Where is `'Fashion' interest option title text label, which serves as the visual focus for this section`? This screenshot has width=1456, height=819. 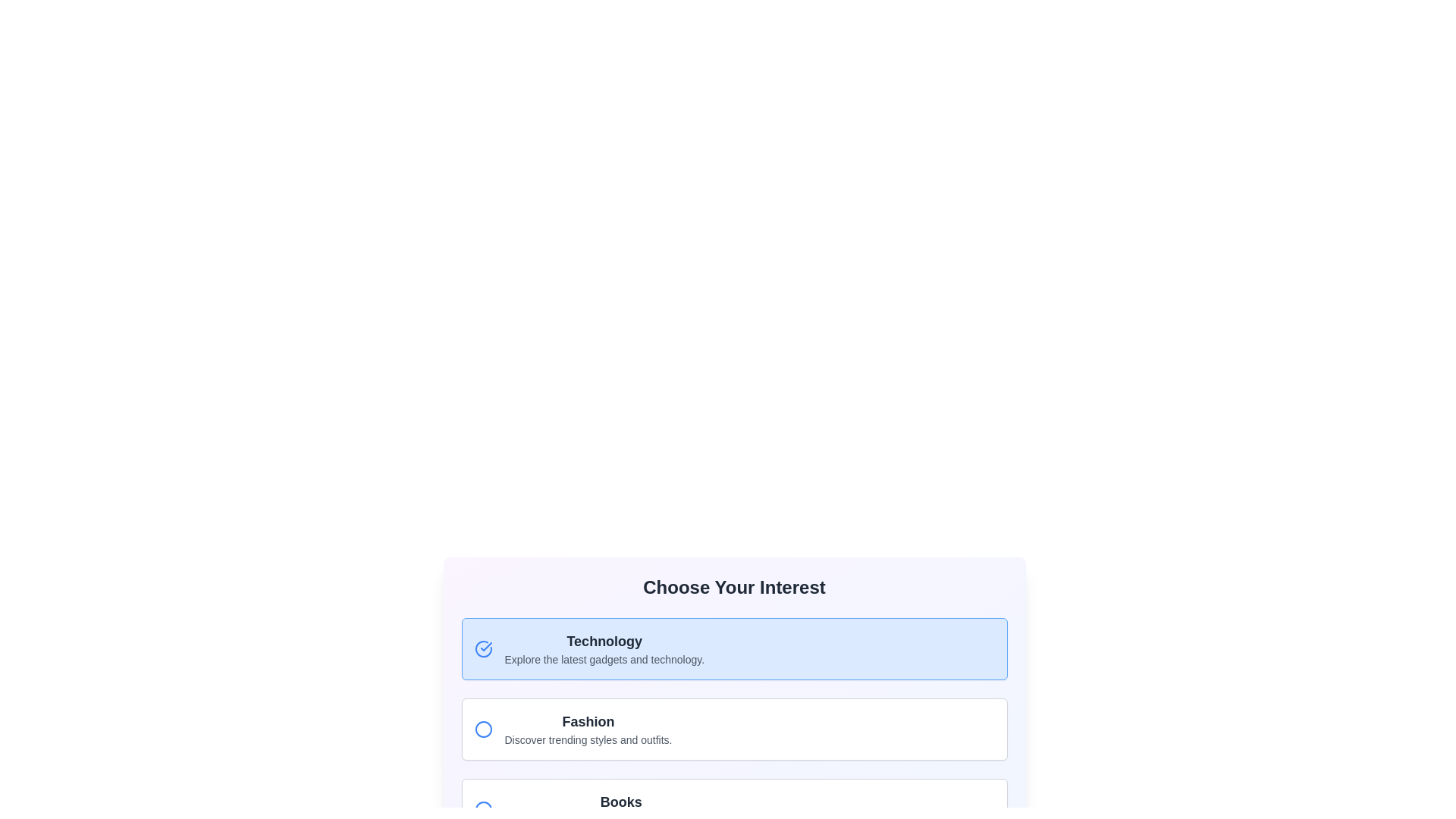
'Fashion' interest option title text label, which serves as the visual focus for this section is located at coordinates (588, 721).